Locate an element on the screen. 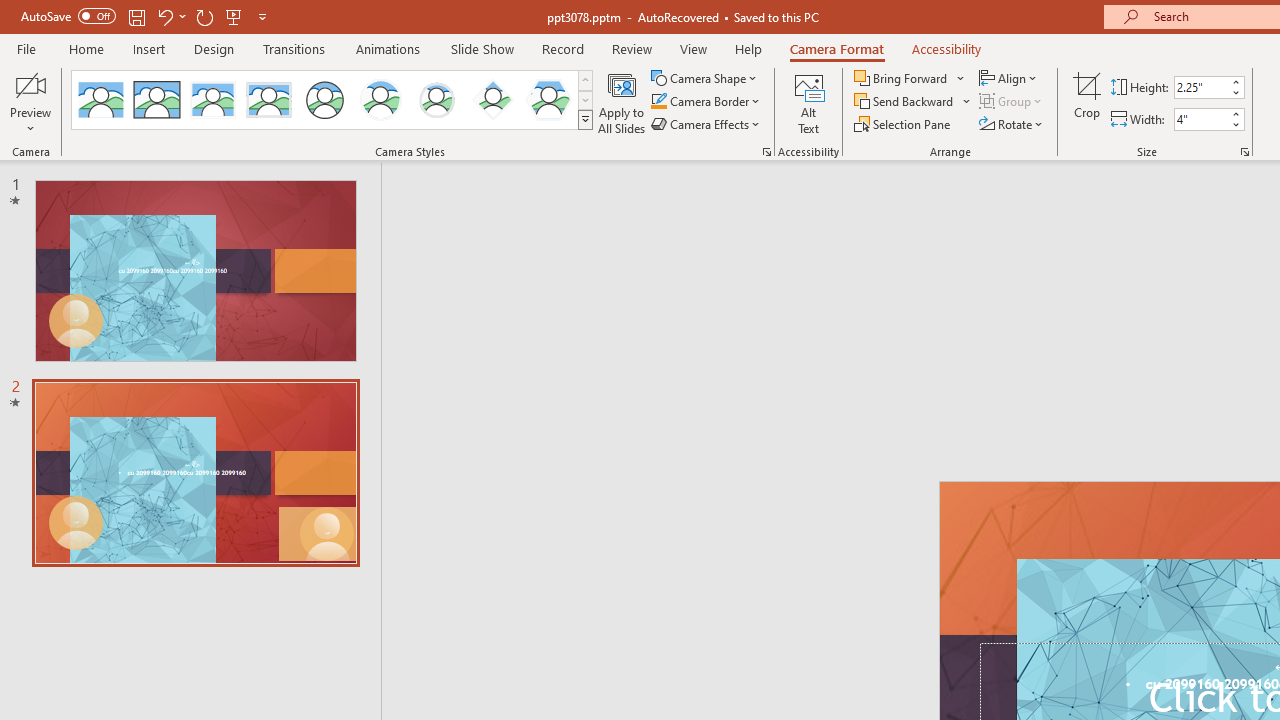 The image size is (1280, 720). 'Camera Border Green, Accent 1' is located at coordinates (658, 101).